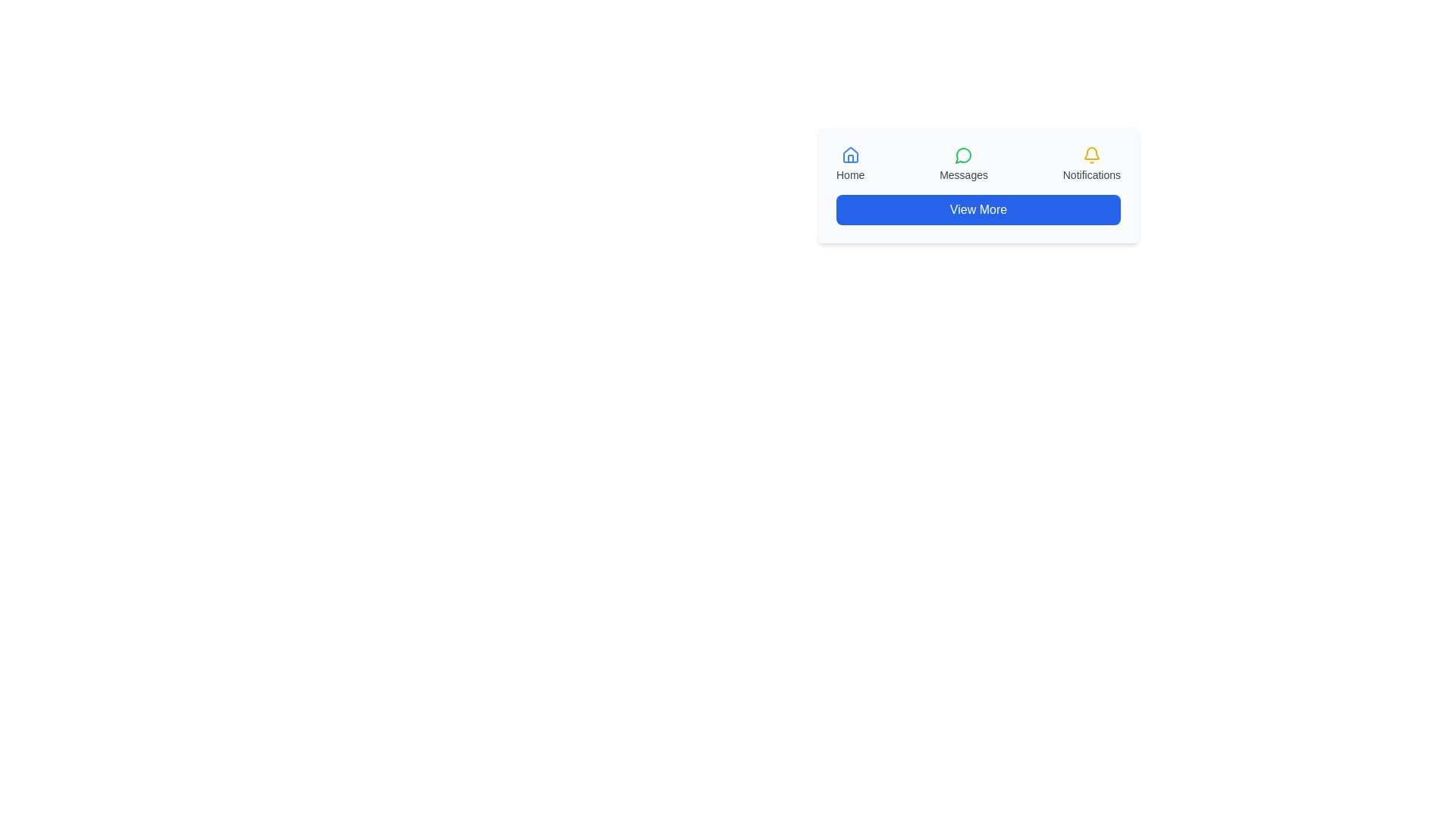 Image resolution: width=1456 pixels, height=819 pixels. What do you see at coordinates (850, 164) in the screenshot?
I see `the 'Home' button, which features a small blue house icon above the text 'Home', located at the top-left of the interface` at bounding box center [850, 164].